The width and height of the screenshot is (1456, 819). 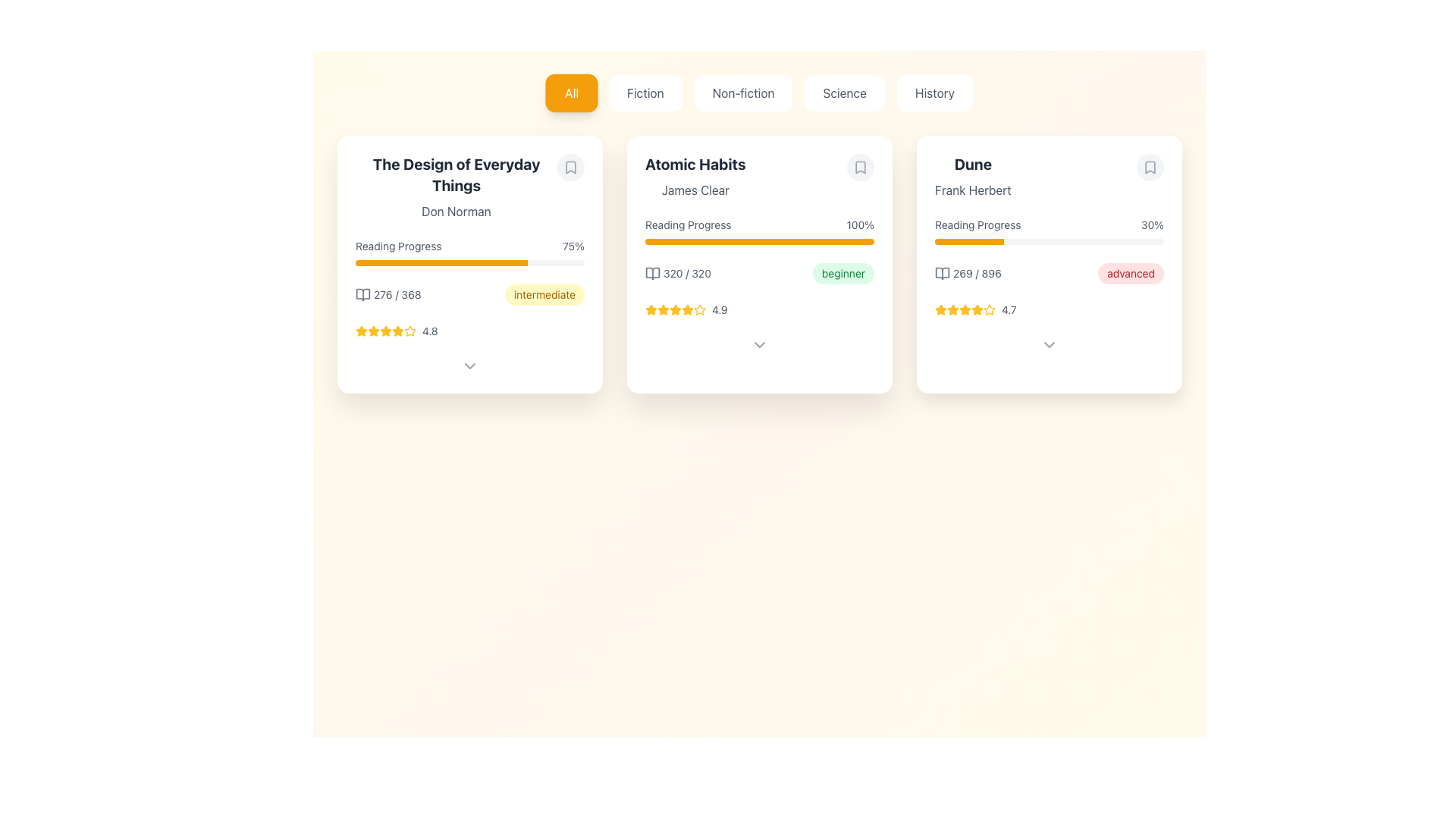 I want to click on text content displayed in the title and author section of the rightmost card in the visible card row, located near the top of the card, above the progress bar, so click(x=973, y=175).